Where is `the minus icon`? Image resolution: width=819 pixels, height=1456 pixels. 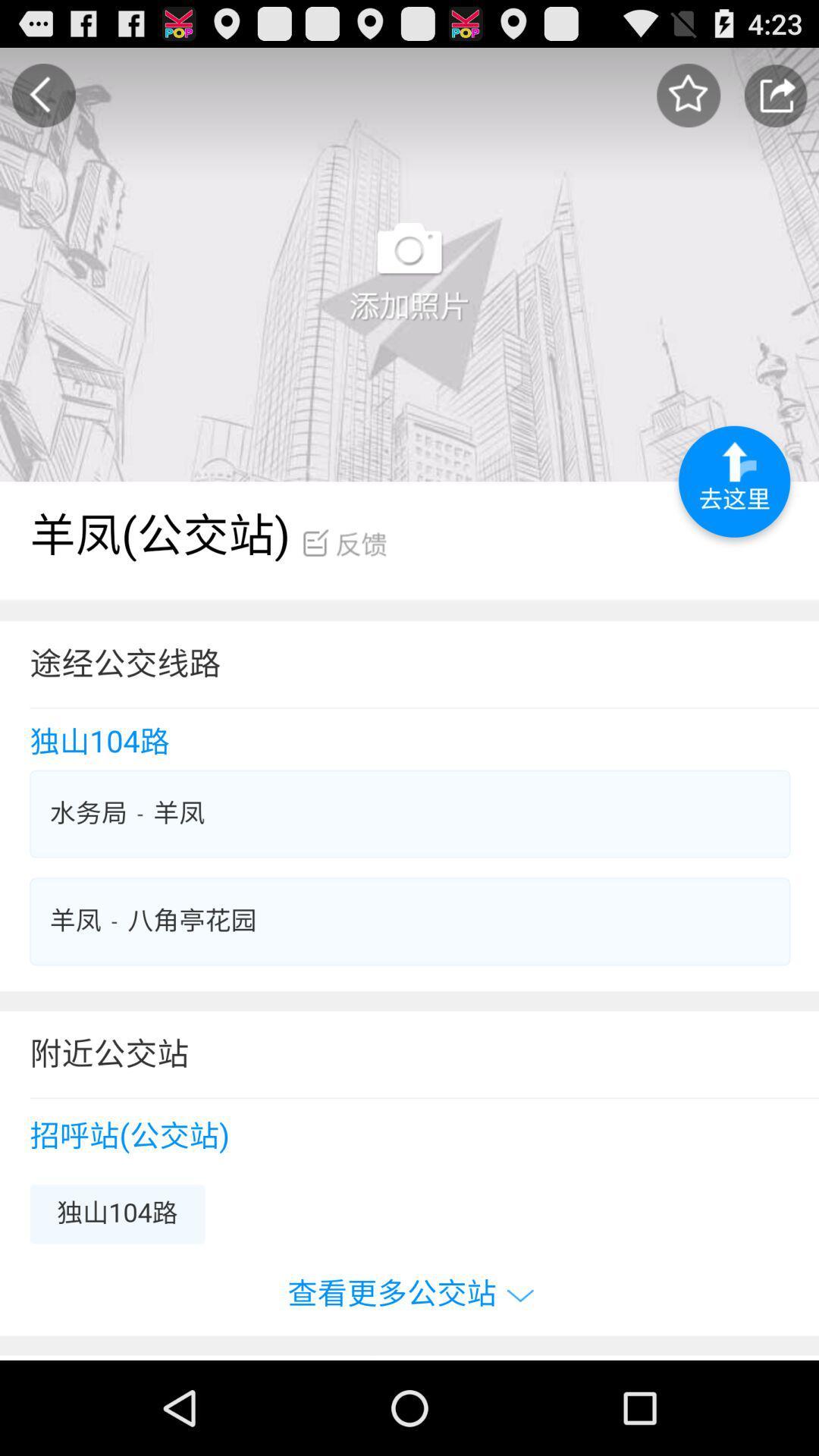 the minus icon is located at coordinates (763, 663).